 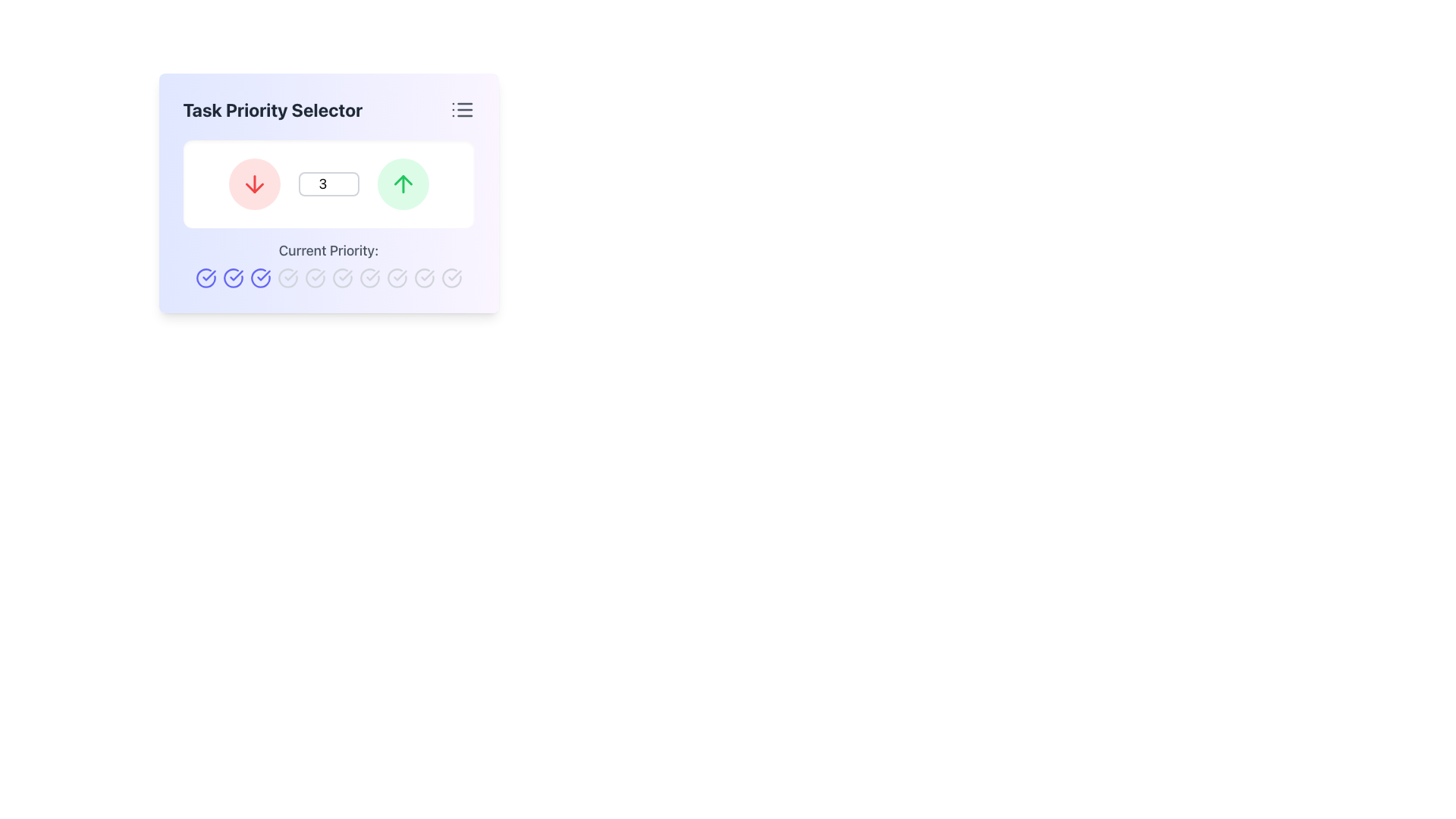 What do you see at coordinates (287, 278) in the screenshot?
I see `the ninth circular icon below the 'Current Priority' label` at bounding box center [287, 278].